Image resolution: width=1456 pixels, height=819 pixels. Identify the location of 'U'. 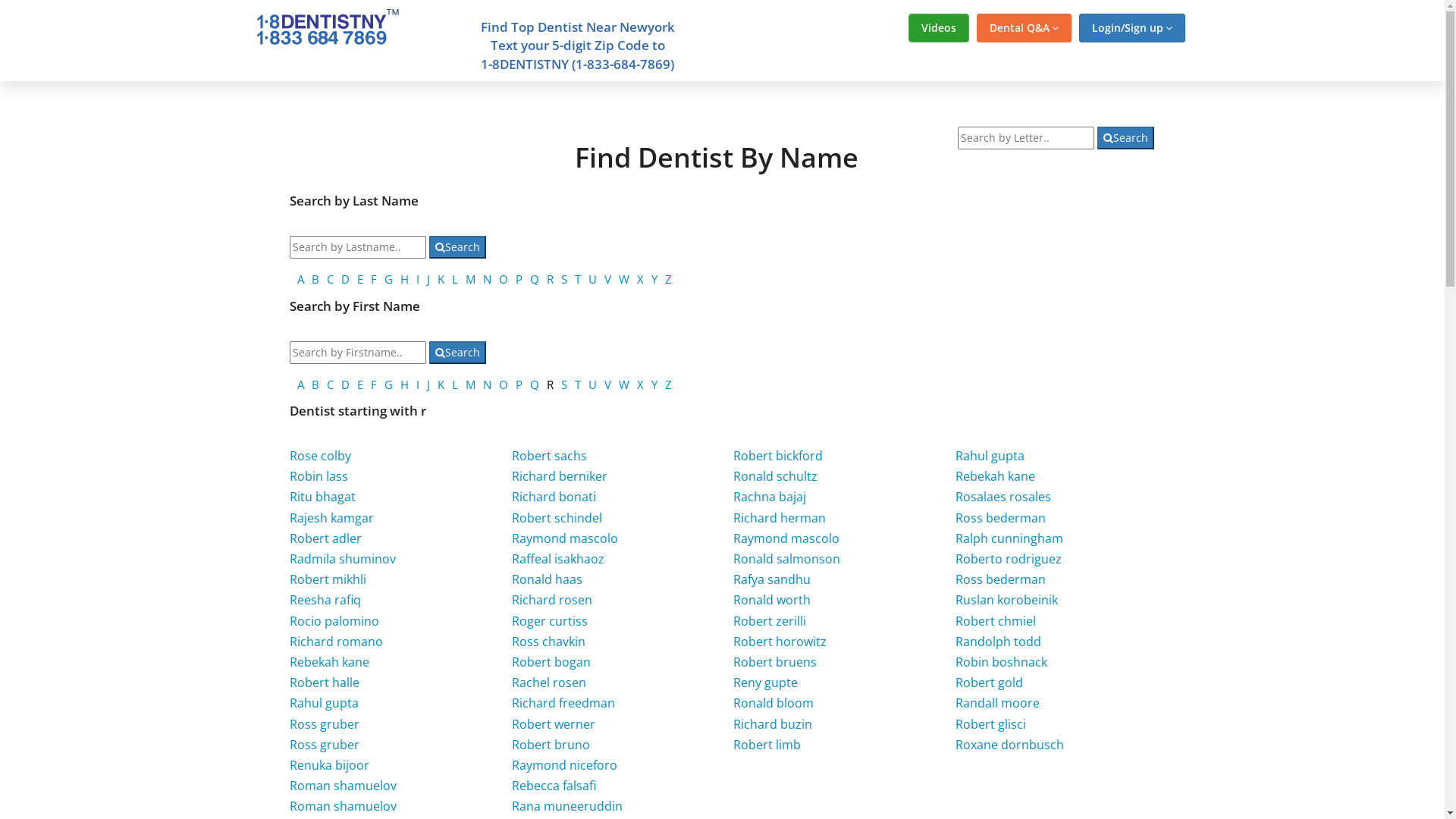
(591, 278).